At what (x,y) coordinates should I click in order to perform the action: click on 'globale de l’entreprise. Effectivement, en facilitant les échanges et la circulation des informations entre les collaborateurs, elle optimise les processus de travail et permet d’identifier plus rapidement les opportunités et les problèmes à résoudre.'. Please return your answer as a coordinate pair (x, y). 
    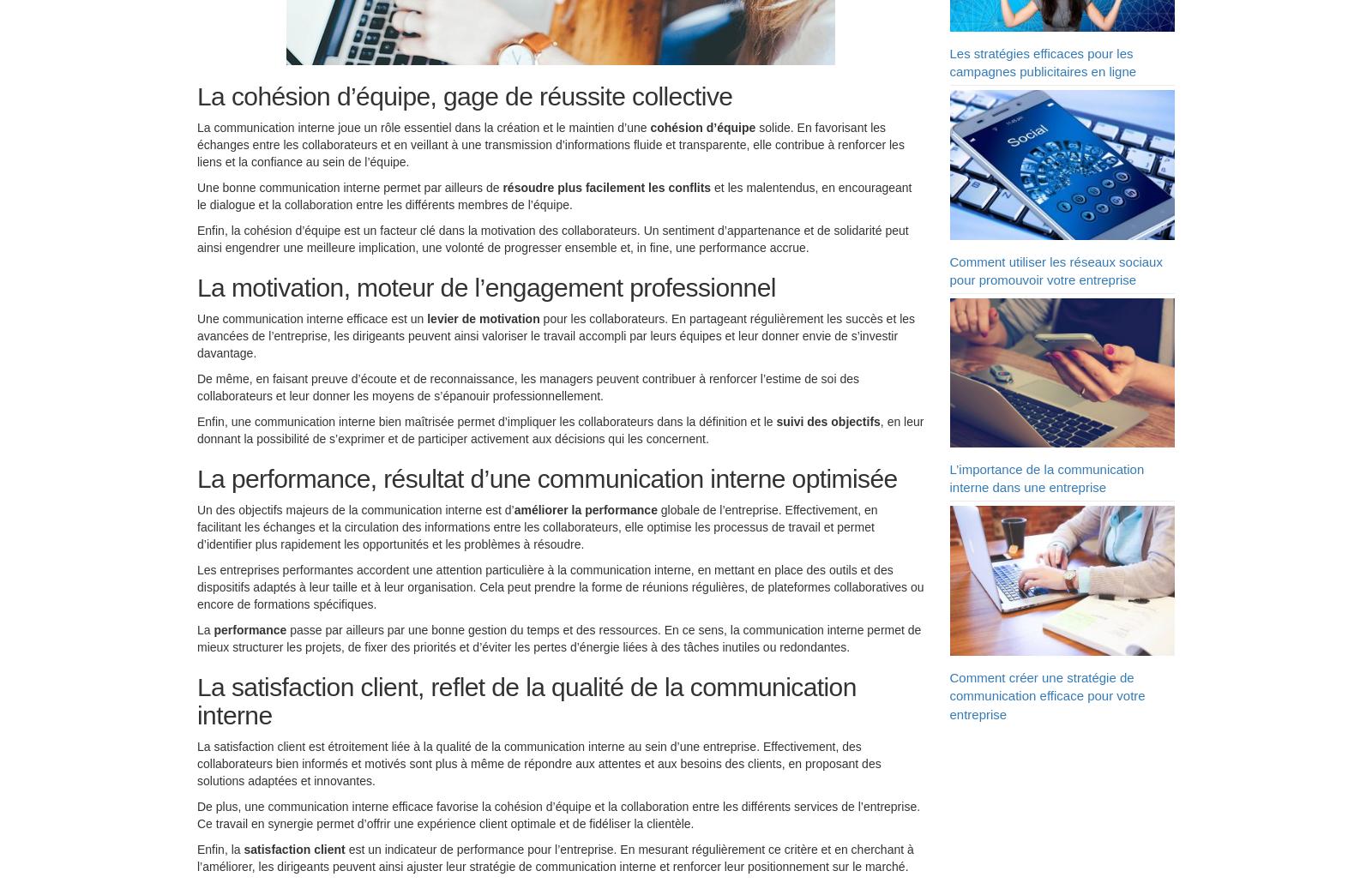
    Looking at the image, I should click on (196, 530).